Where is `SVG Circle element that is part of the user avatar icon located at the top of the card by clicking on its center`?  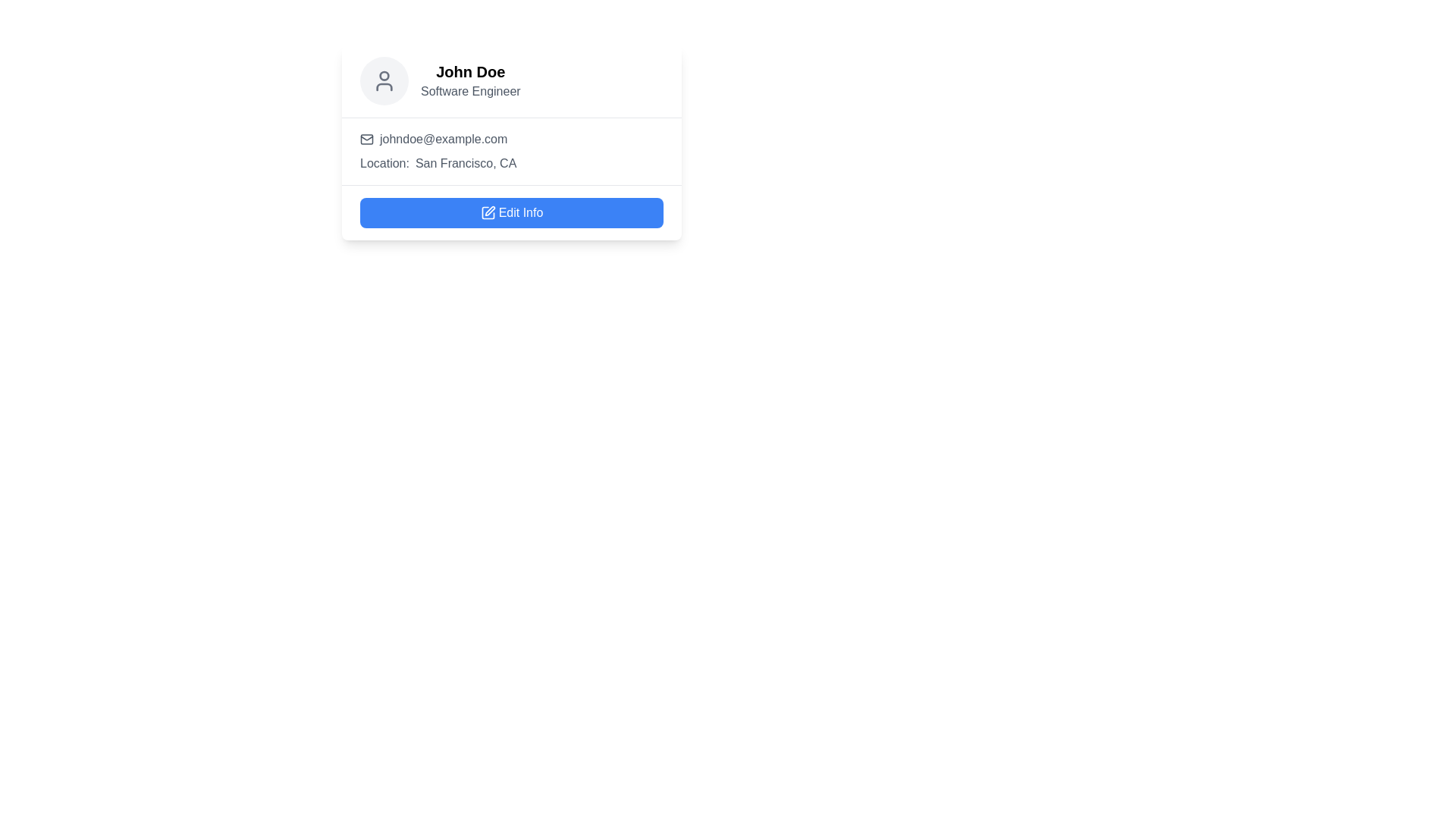
SVG Circle element that is part of the user avatar icon located at the top of the card by clicking on its center is located at coordinates (383, 76).